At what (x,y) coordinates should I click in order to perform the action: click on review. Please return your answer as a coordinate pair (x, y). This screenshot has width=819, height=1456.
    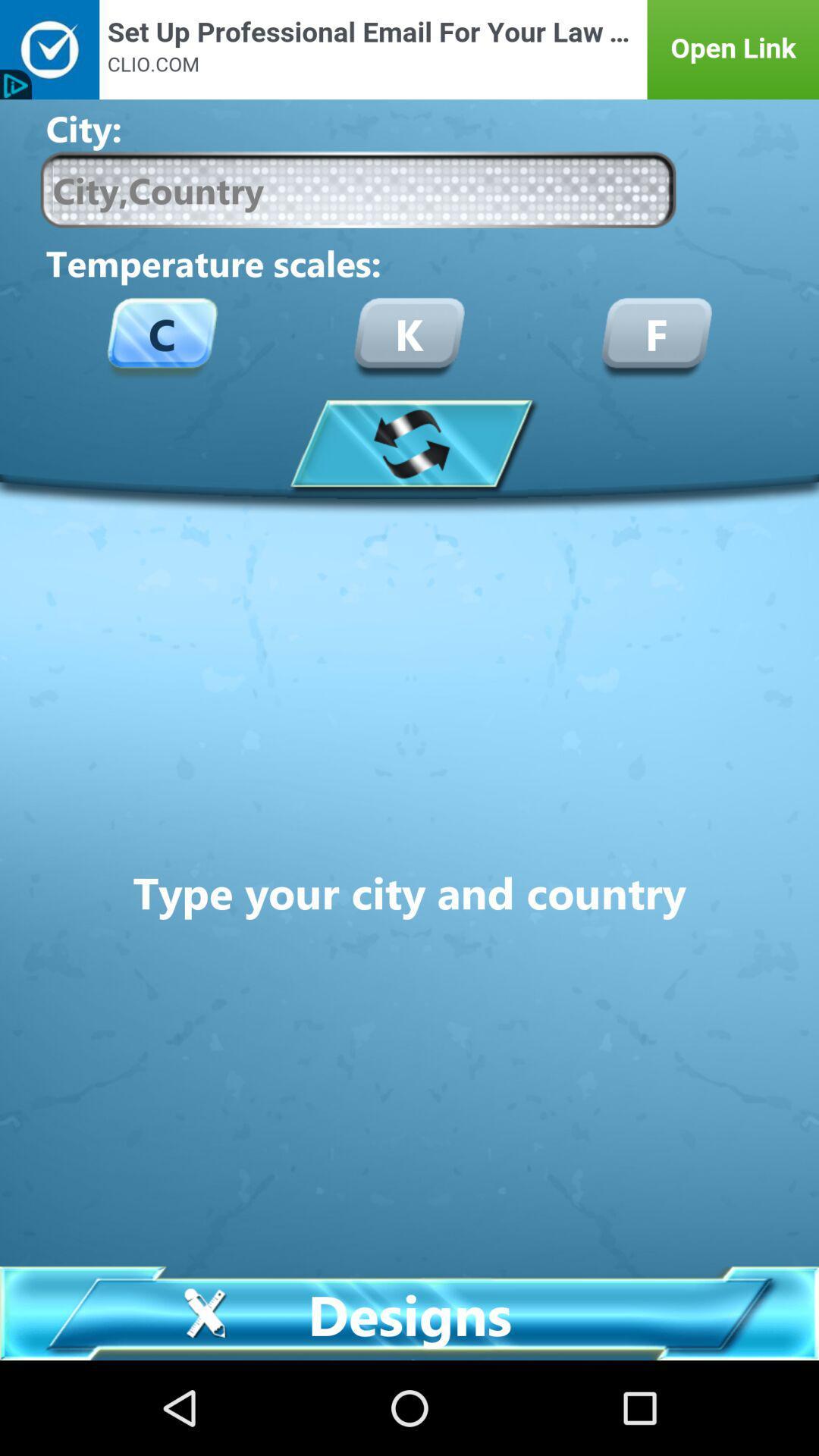
    Looking at the image, I should click on (409, 442).